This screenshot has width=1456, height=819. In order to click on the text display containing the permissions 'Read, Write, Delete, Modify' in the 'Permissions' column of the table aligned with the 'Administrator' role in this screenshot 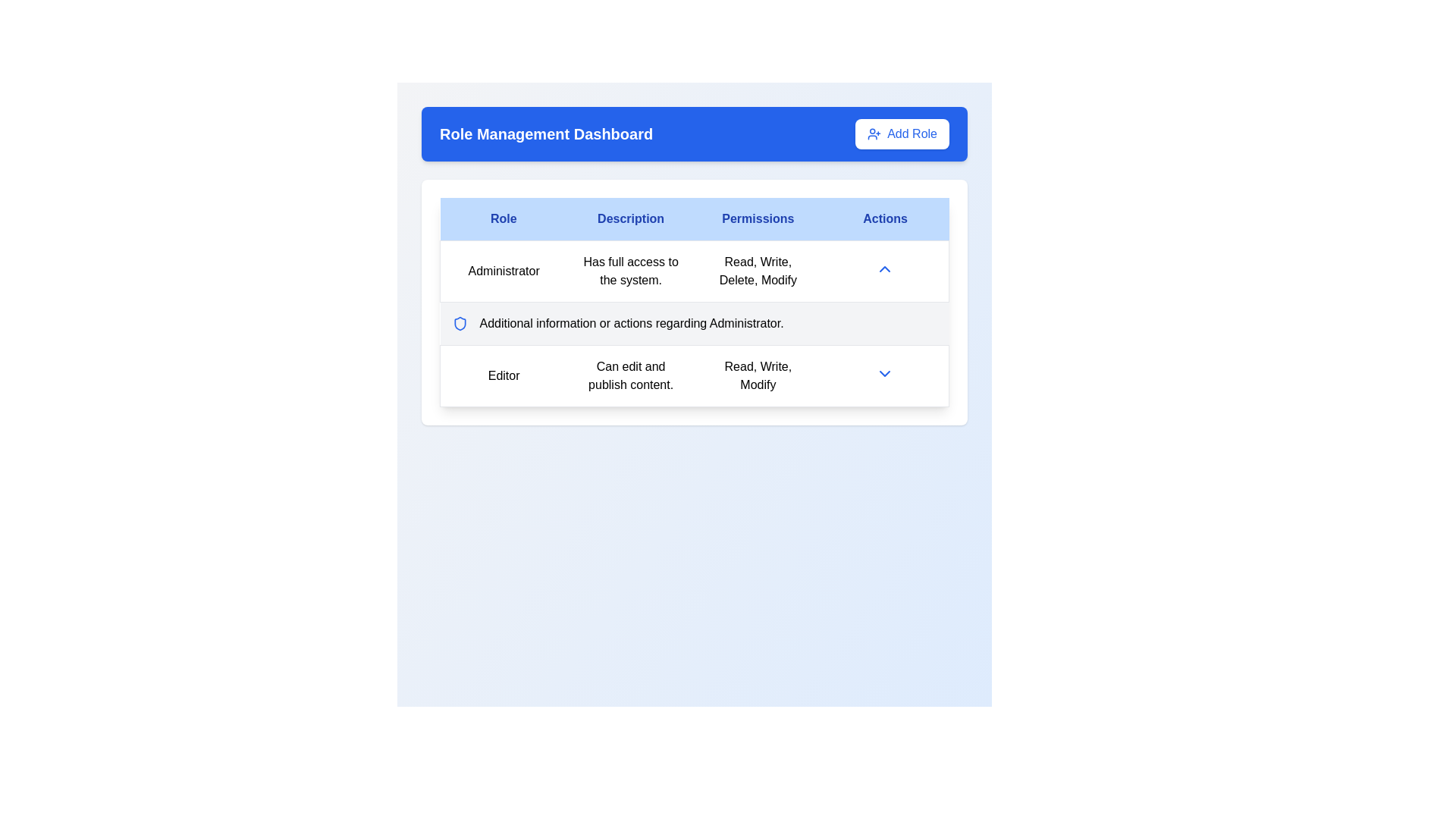, I will do `click(758, 271)`.